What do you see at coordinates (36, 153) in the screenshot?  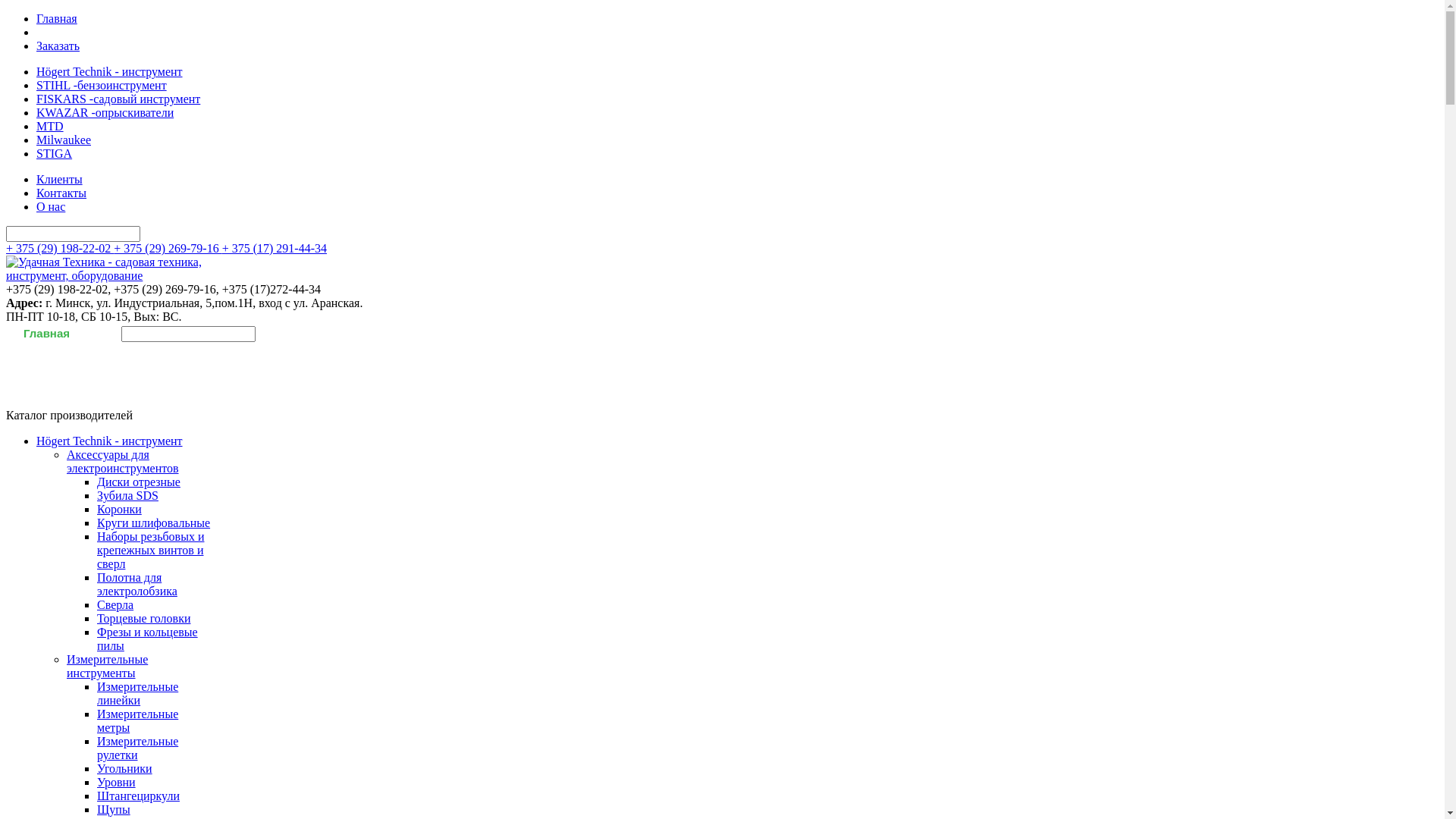 I see `'STIGA'` at bounding box center [36, 153].